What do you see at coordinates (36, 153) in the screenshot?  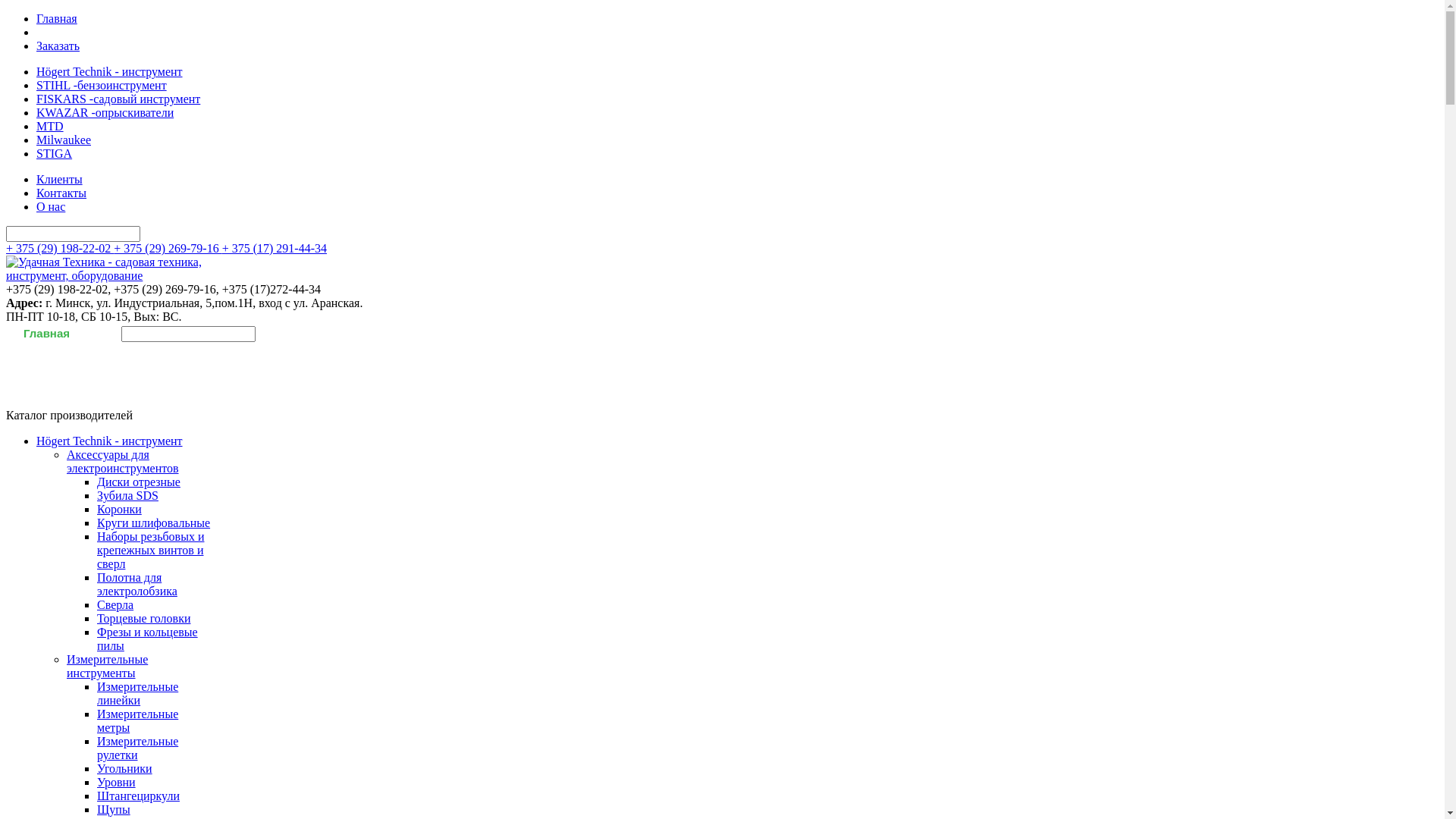 I see `'STIGA'` at bounding box center [36, 153].